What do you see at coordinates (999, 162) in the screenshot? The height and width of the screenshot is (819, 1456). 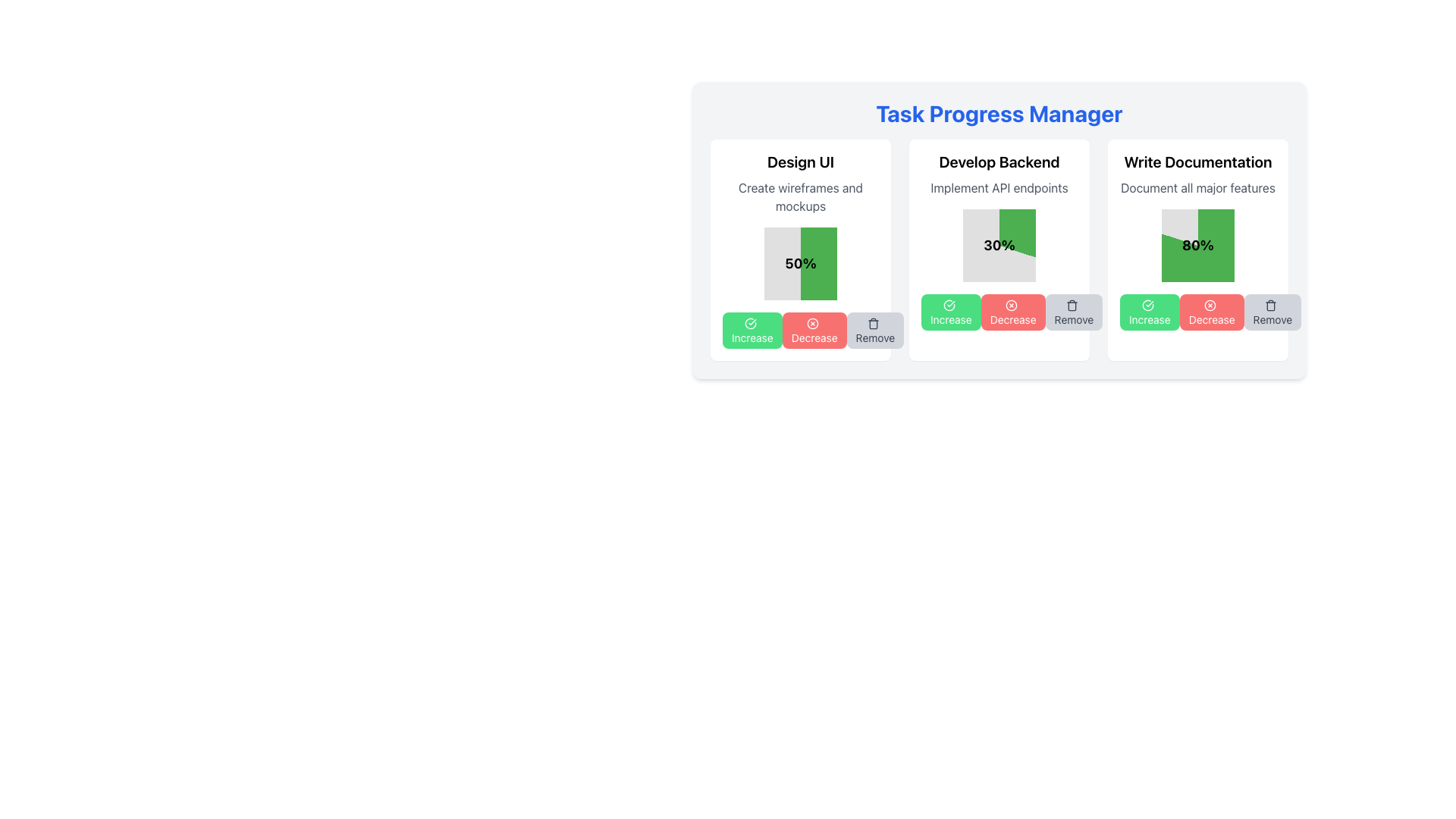 I see `the text label that serves as a title or heading for the associated card in the center of a three-card layout within the Task Progress Manager interface` at bounding box center [999, 162].